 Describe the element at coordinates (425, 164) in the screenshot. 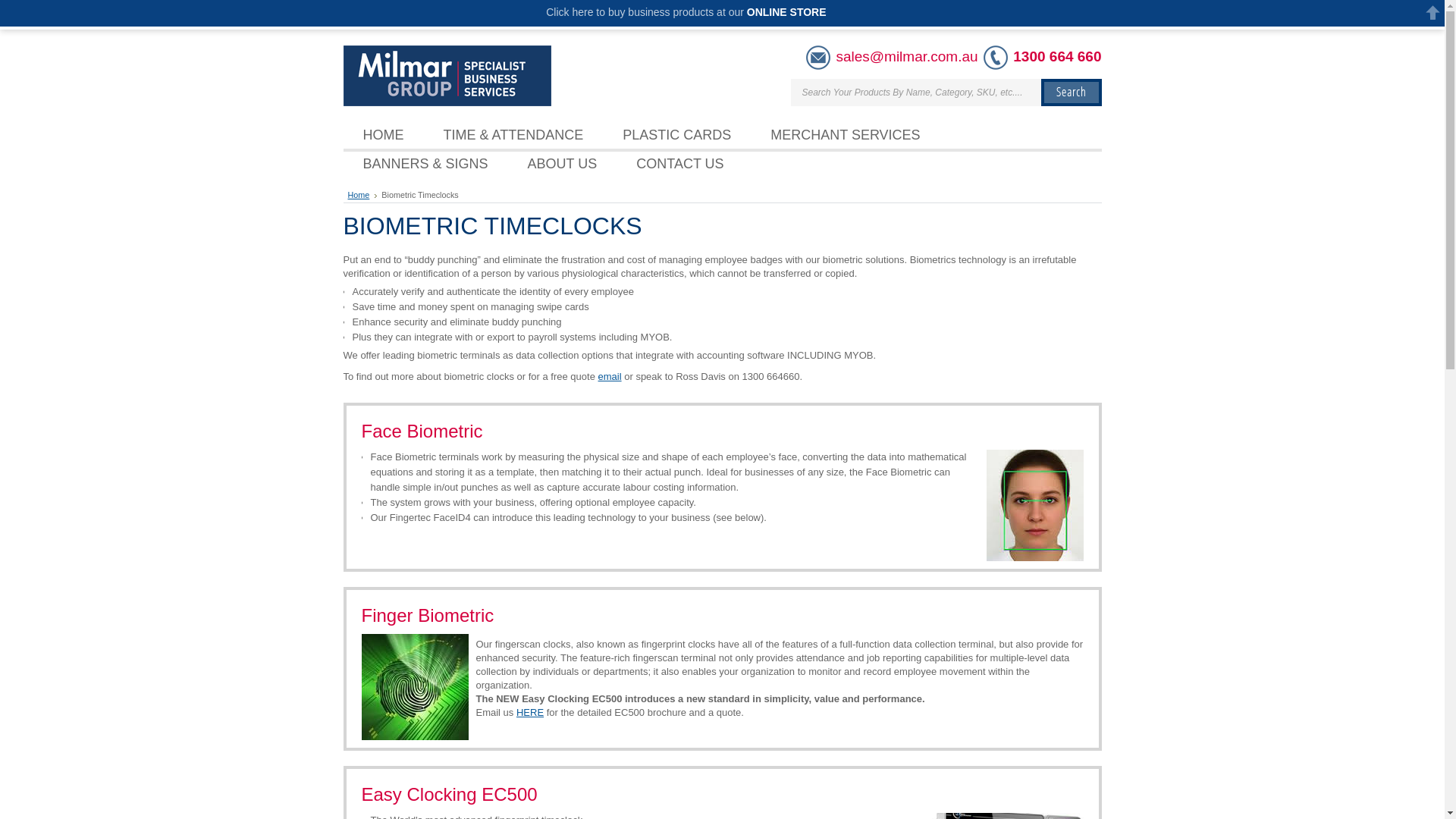

I see `'BANNERS & SIGNS'` at that location.